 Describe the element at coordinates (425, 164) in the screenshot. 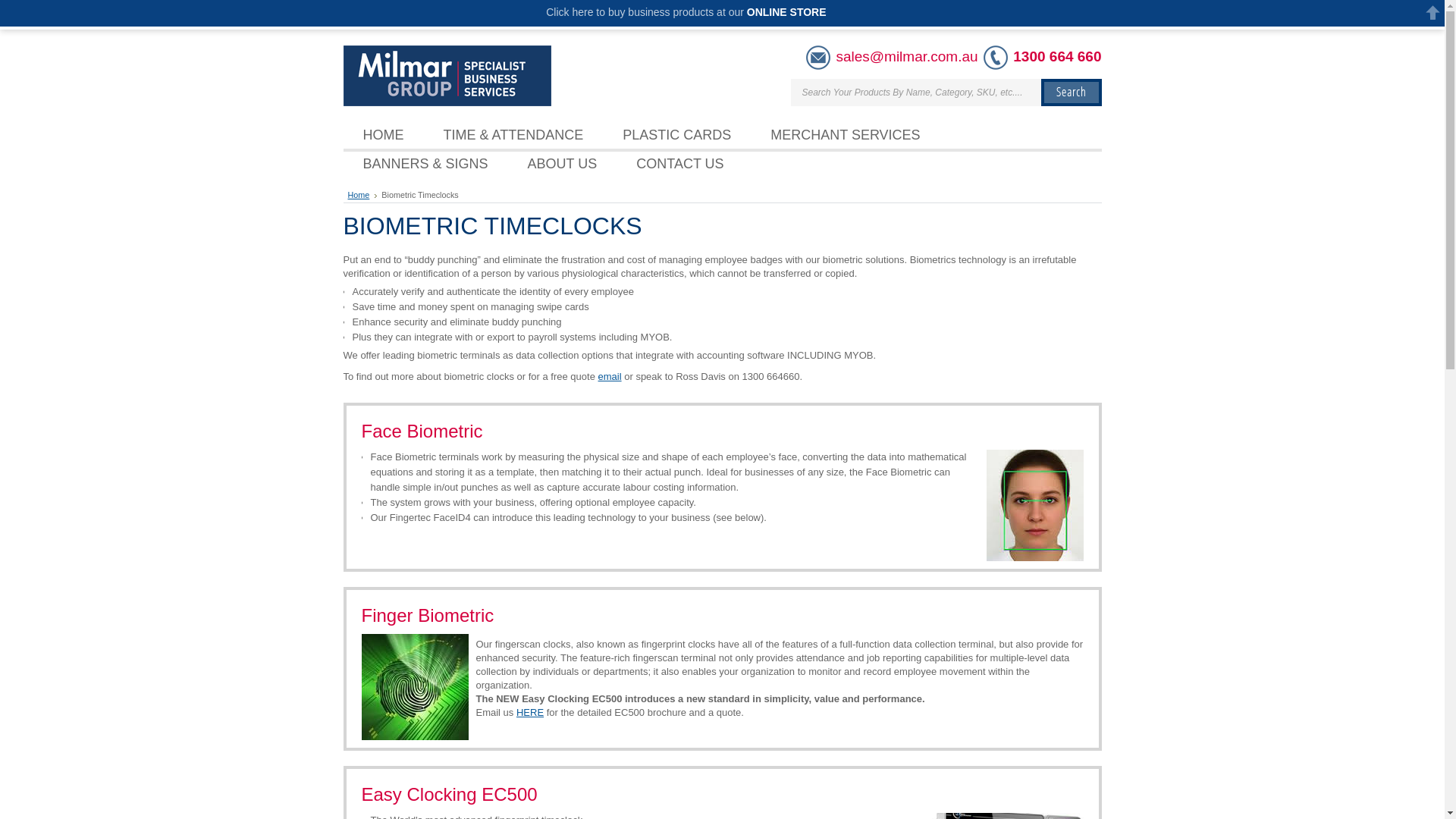

I see `'BANNERS & SIGNS'` at that location.